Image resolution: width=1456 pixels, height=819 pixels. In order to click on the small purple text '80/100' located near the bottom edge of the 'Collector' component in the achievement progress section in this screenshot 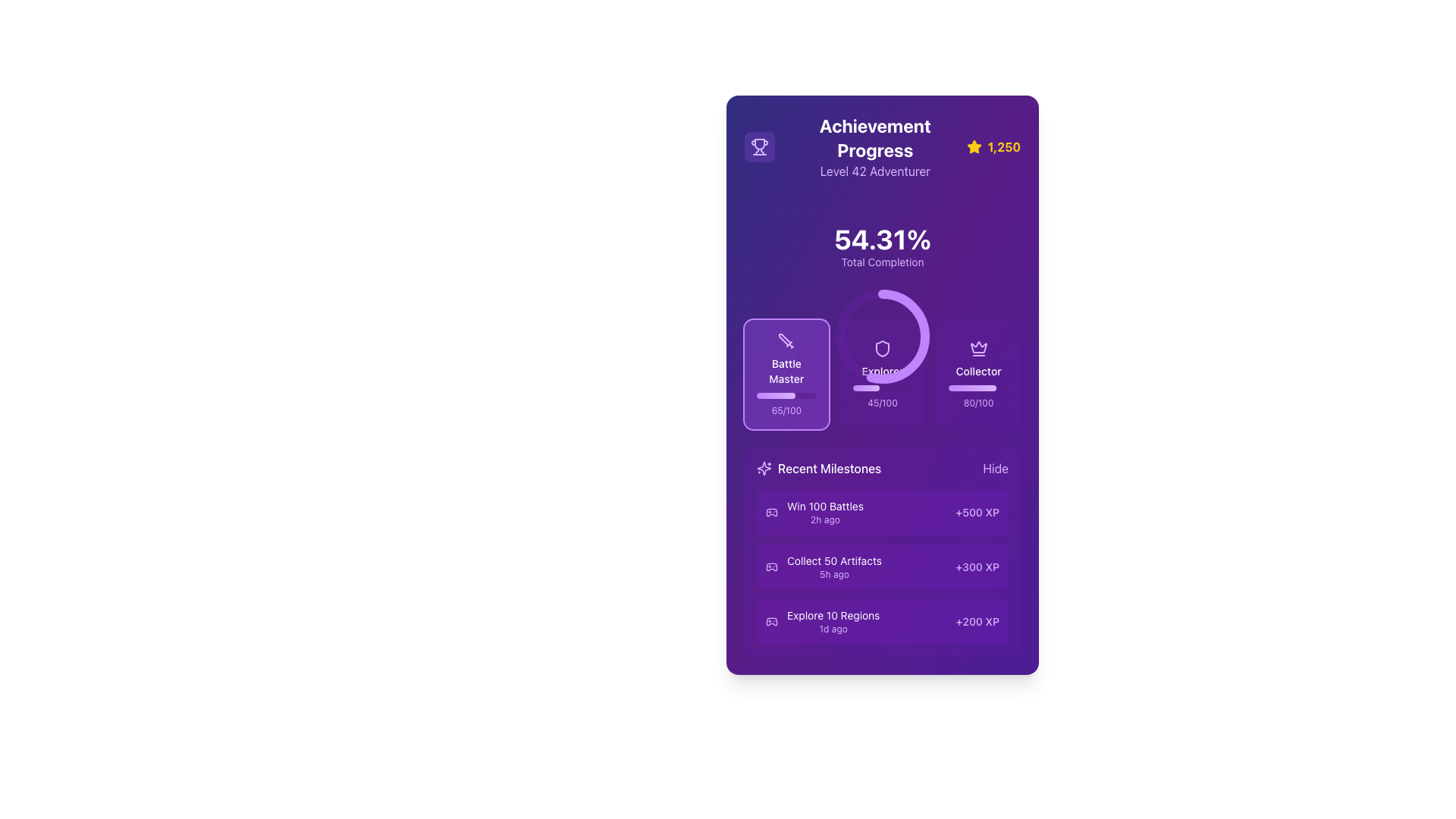, I will do `click(978, 403)`.